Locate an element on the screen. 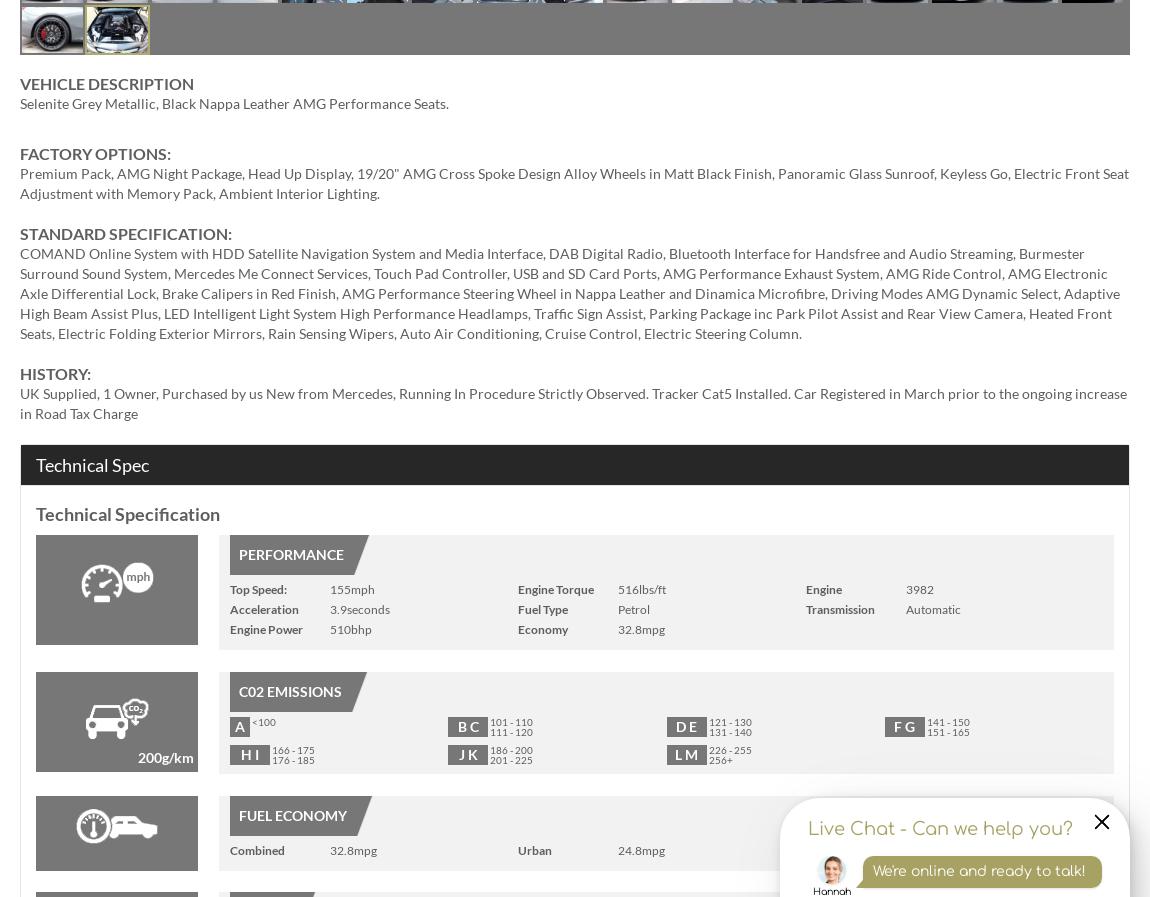 This screenshot has height=897, width=1150. 'VEHICLE DESCRIPTION' is located at coordinates (105, 82).